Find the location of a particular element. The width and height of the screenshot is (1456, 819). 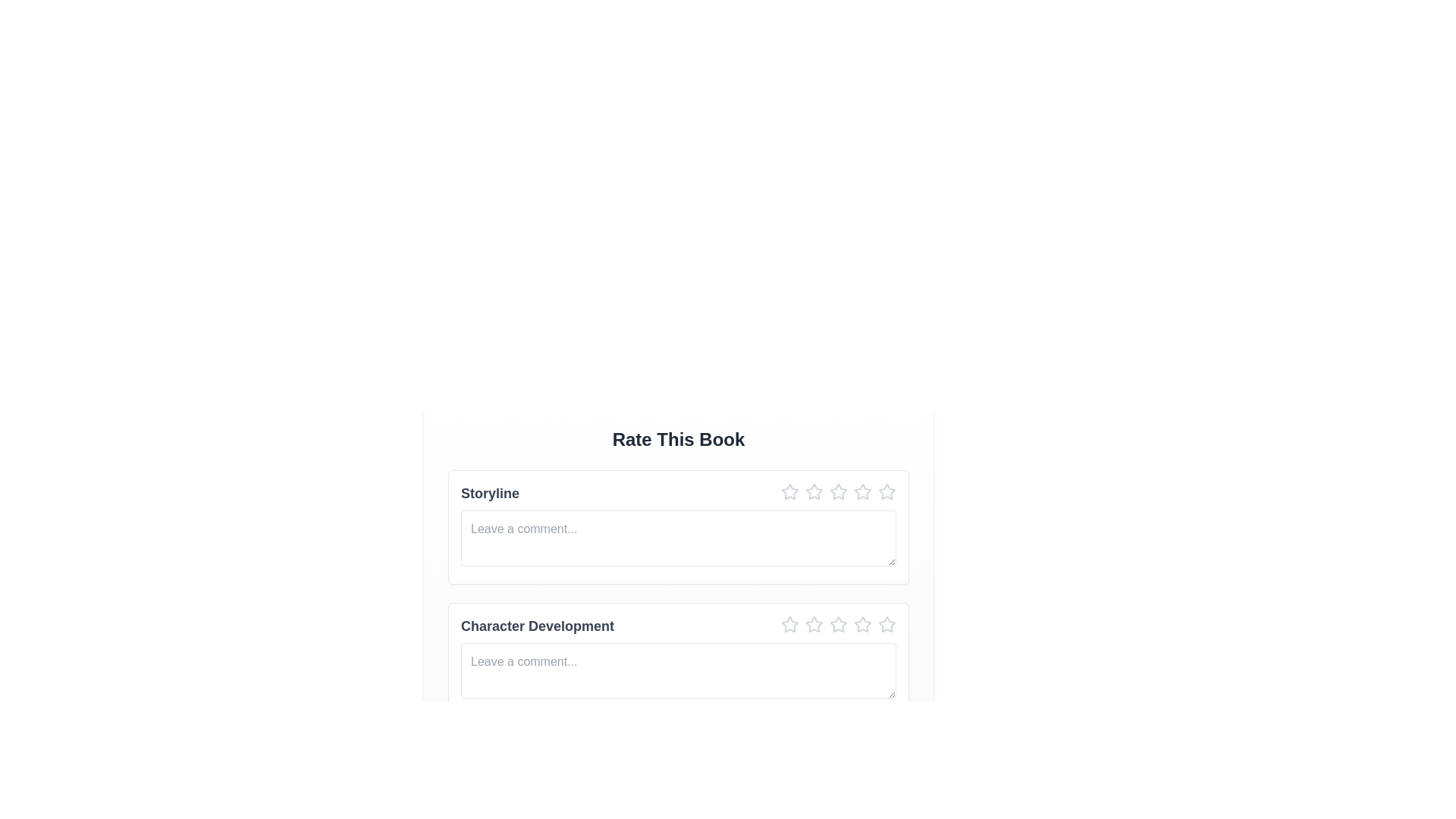

the third star icon in the rating system located under the 'Character Development' section is located at coordinates (837, 626).